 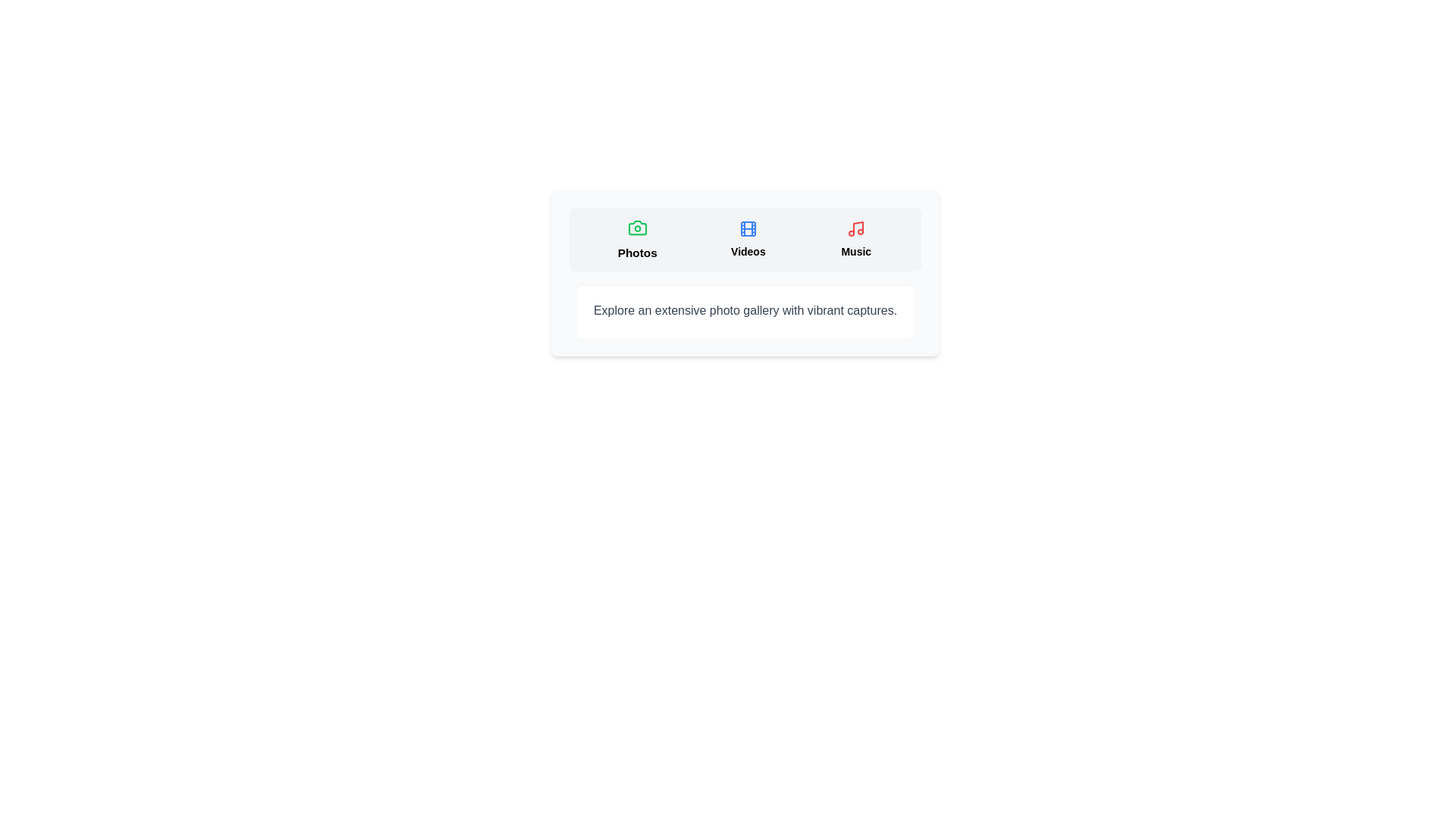 I want to click on the tab labeled Photos to trigger the hover effect, so click(x=637, y=239).